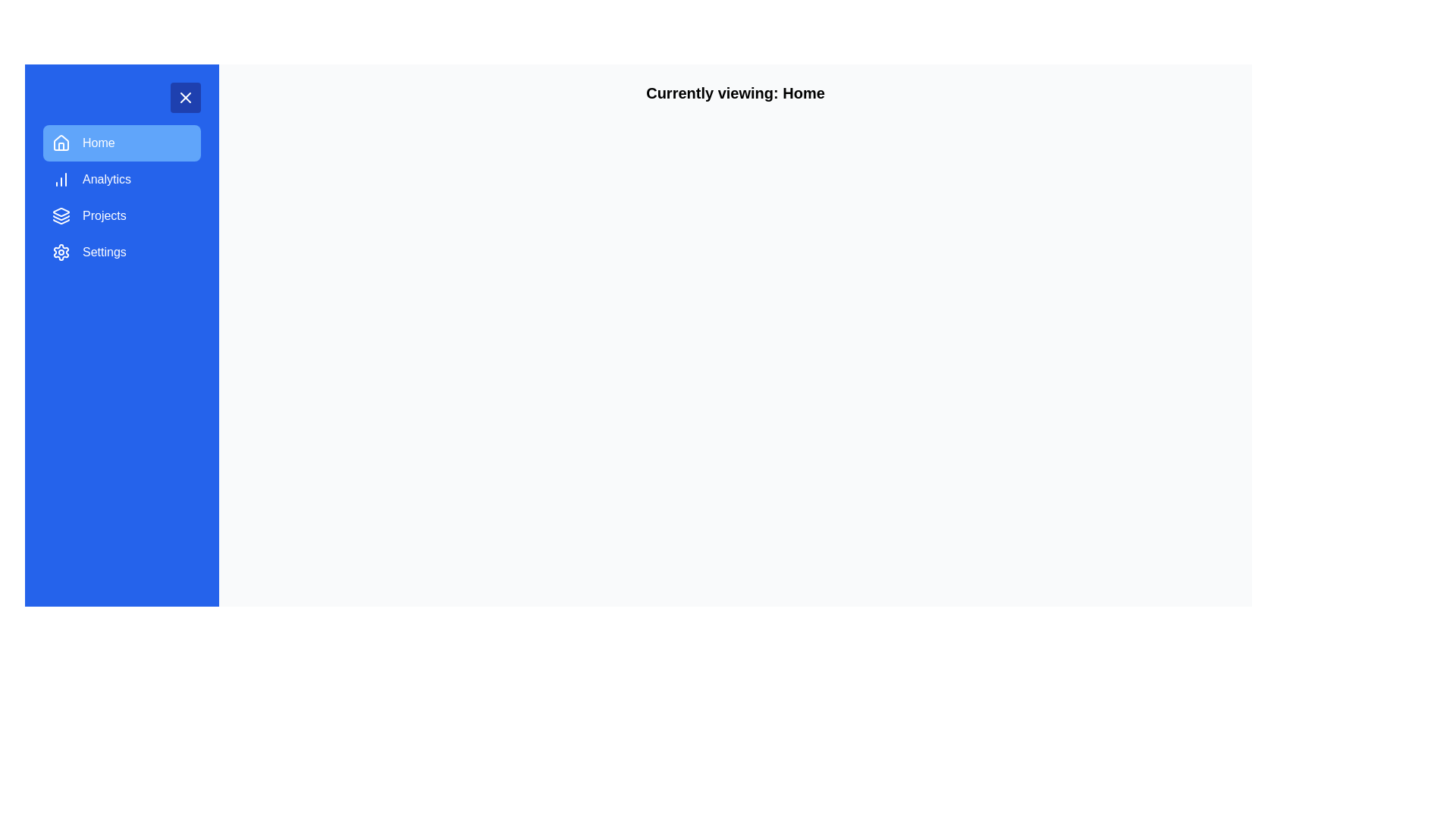 Image resolution: width=1456 pixels, height=819 pixels. Describe the element at coordinates (61, 251) in the screenshot. I see `the leftmost 'Settings' icon in the navigation menu` at that location.